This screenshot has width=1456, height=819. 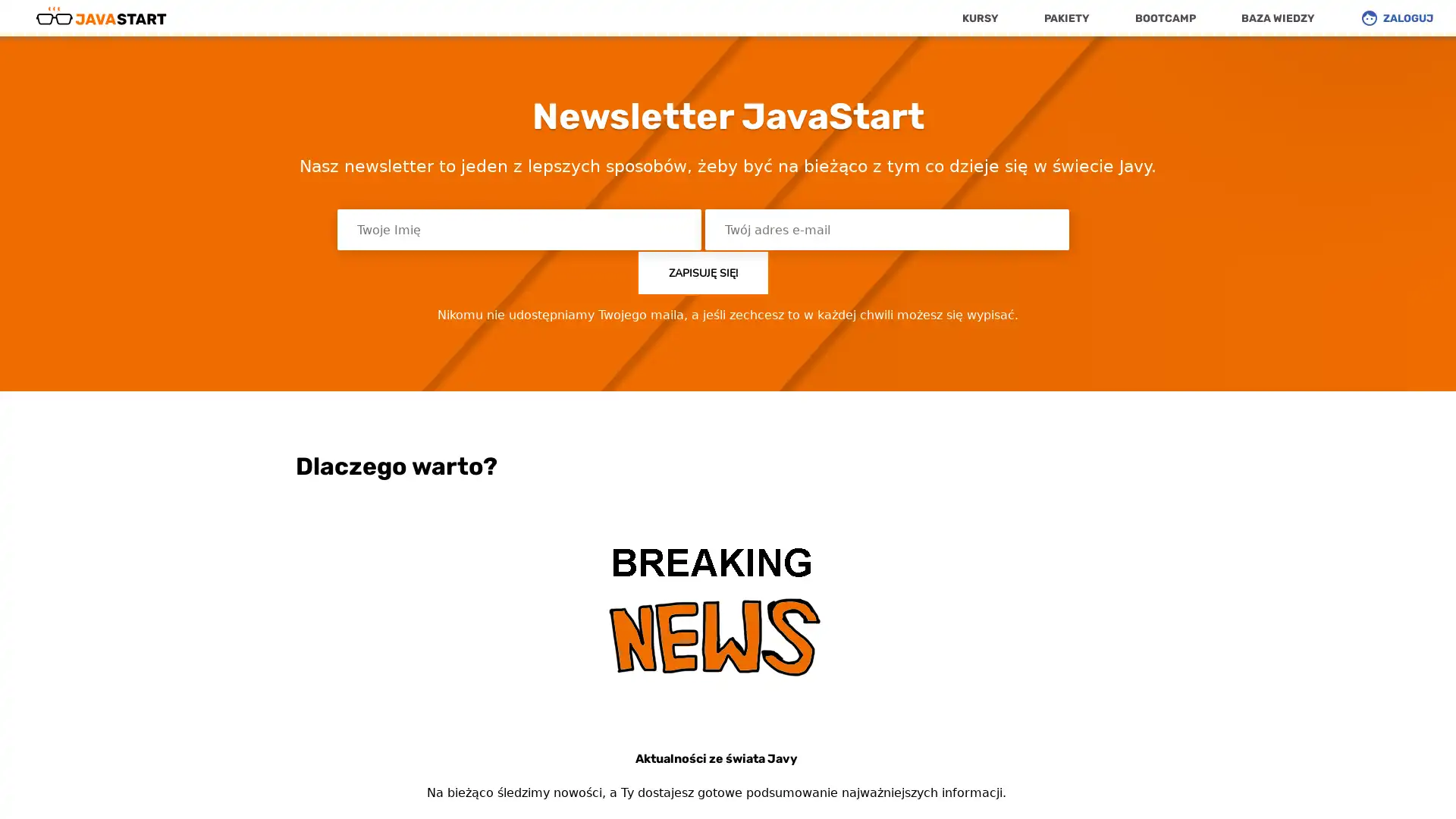 I want to click on ZAPISUJE SIE!, so click(x=702, y=271).